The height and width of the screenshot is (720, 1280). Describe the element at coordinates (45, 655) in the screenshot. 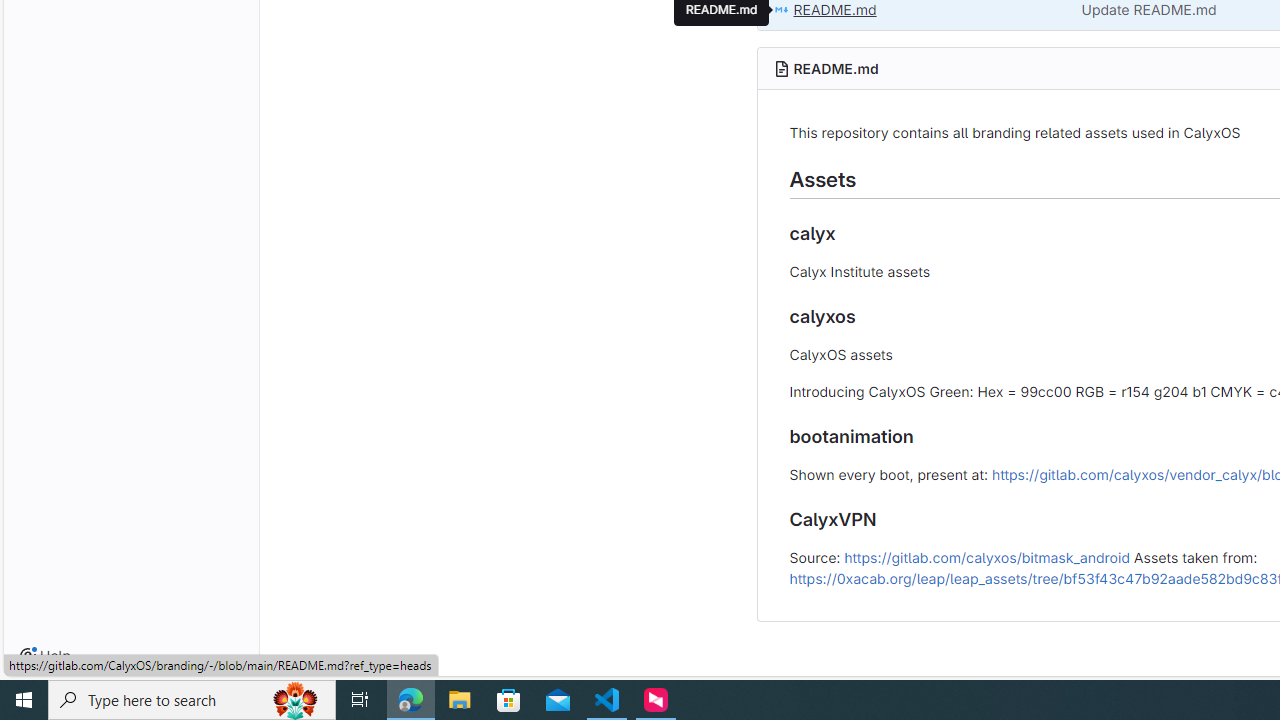

I see `'Help'` at that location.